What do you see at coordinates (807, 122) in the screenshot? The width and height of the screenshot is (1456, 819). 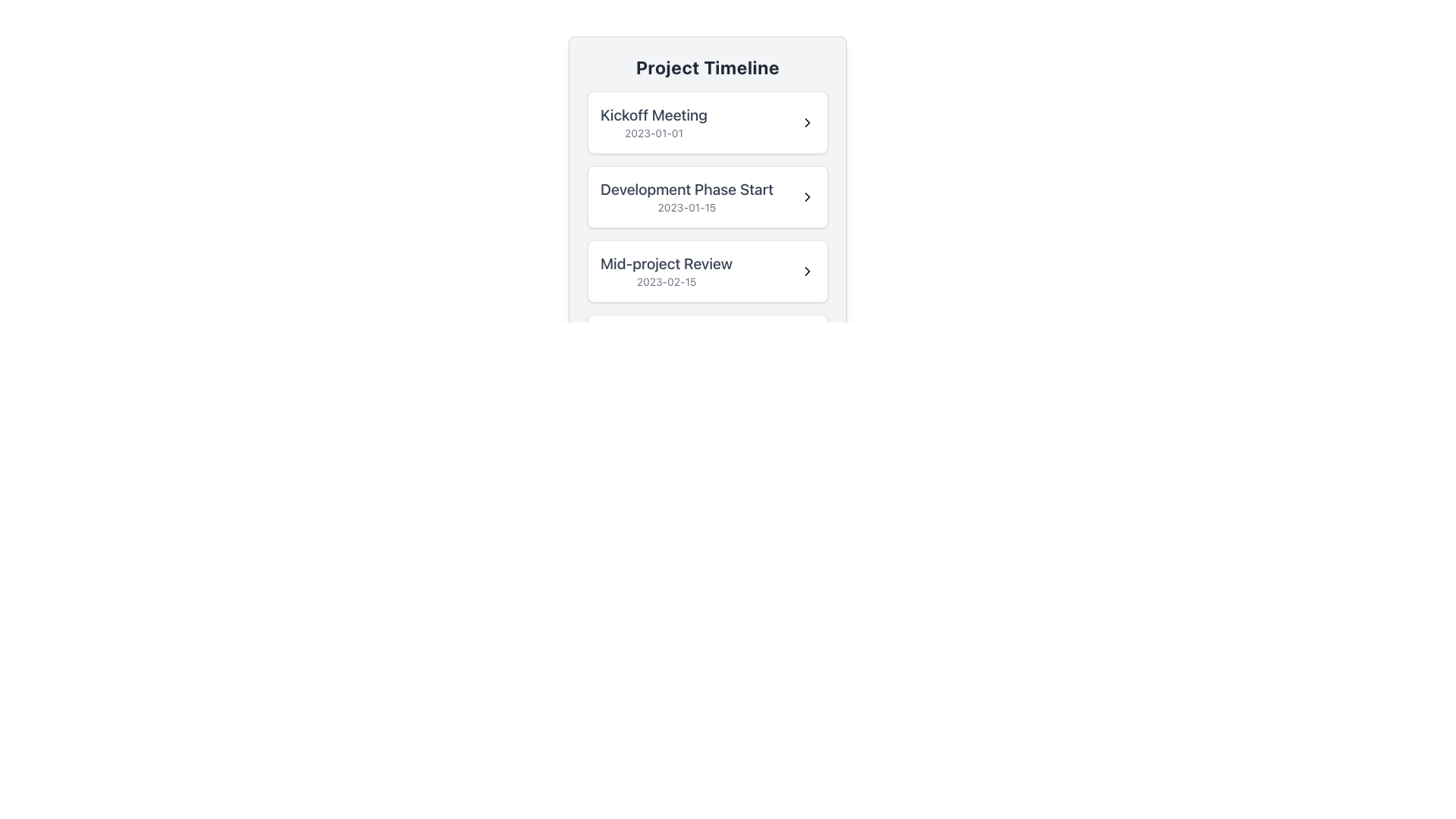 I see `the right-pointing chevron icon located in the 'Kickoff Meeting' card` at bounding box center [807, 122].